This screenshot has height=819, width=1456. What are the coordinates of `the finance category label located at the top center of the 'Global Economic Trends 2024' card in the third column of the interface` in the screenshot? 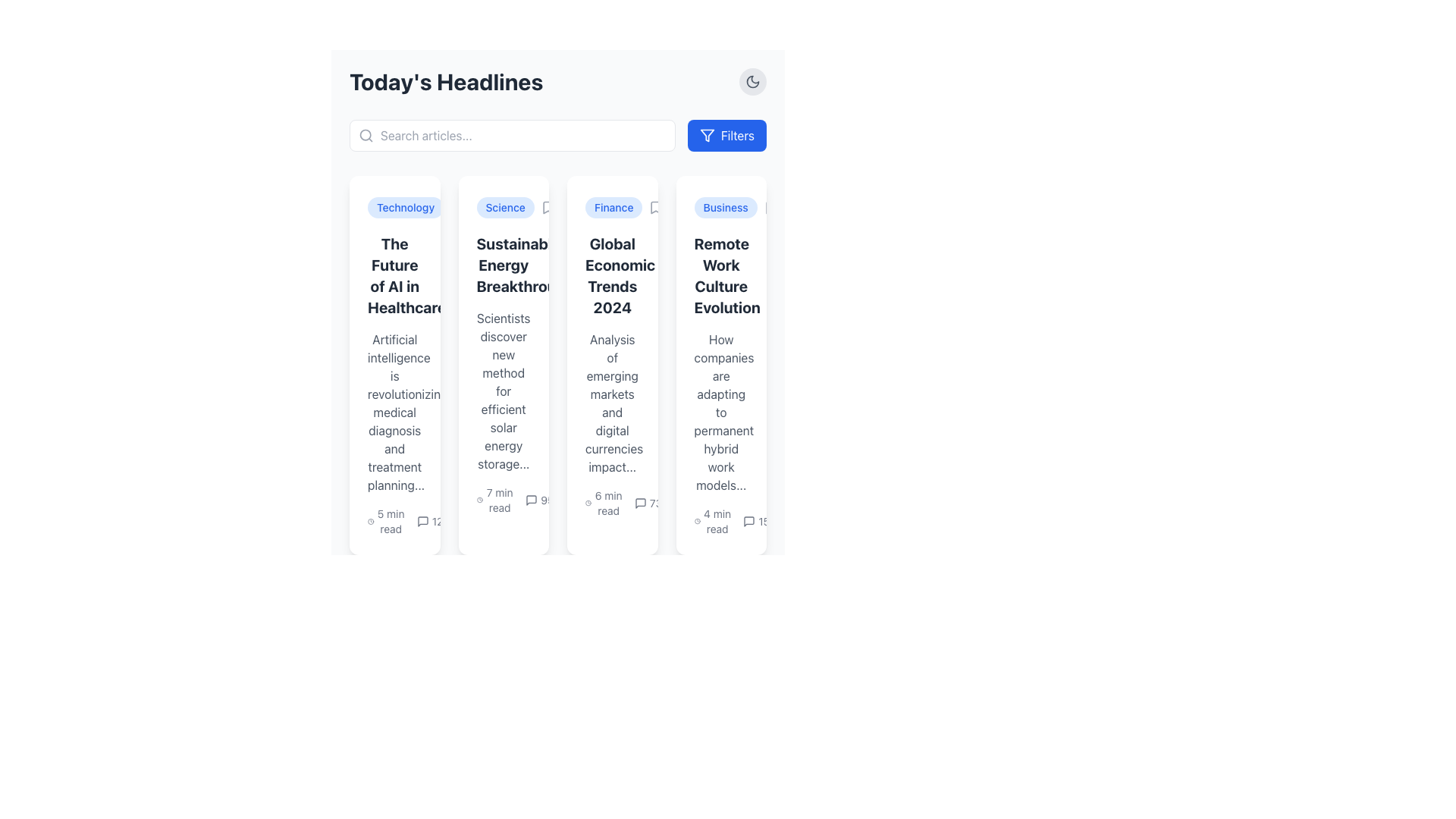 It's located at (612, 207).